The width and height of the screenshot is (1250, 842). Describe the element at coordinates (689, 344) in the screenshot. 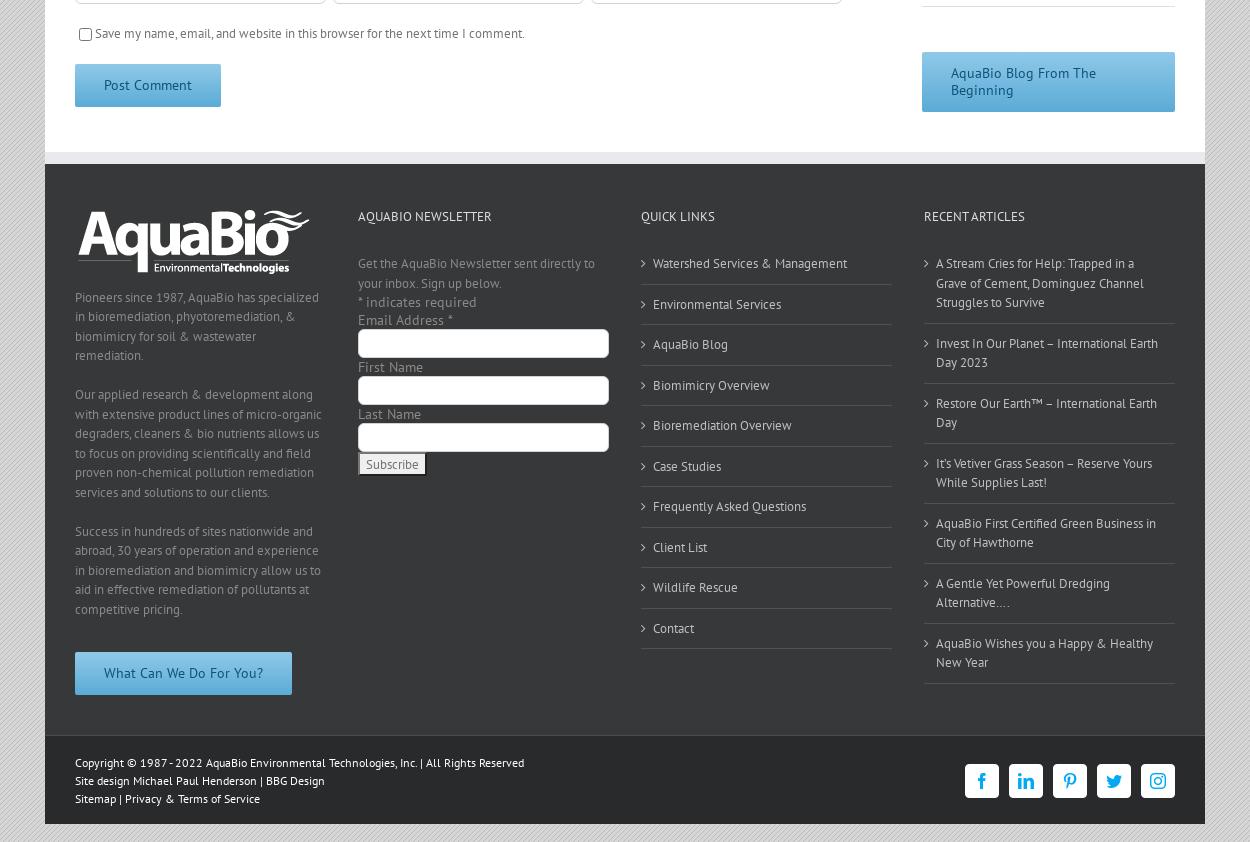

I see `'AquaBio Blog'` at that location.